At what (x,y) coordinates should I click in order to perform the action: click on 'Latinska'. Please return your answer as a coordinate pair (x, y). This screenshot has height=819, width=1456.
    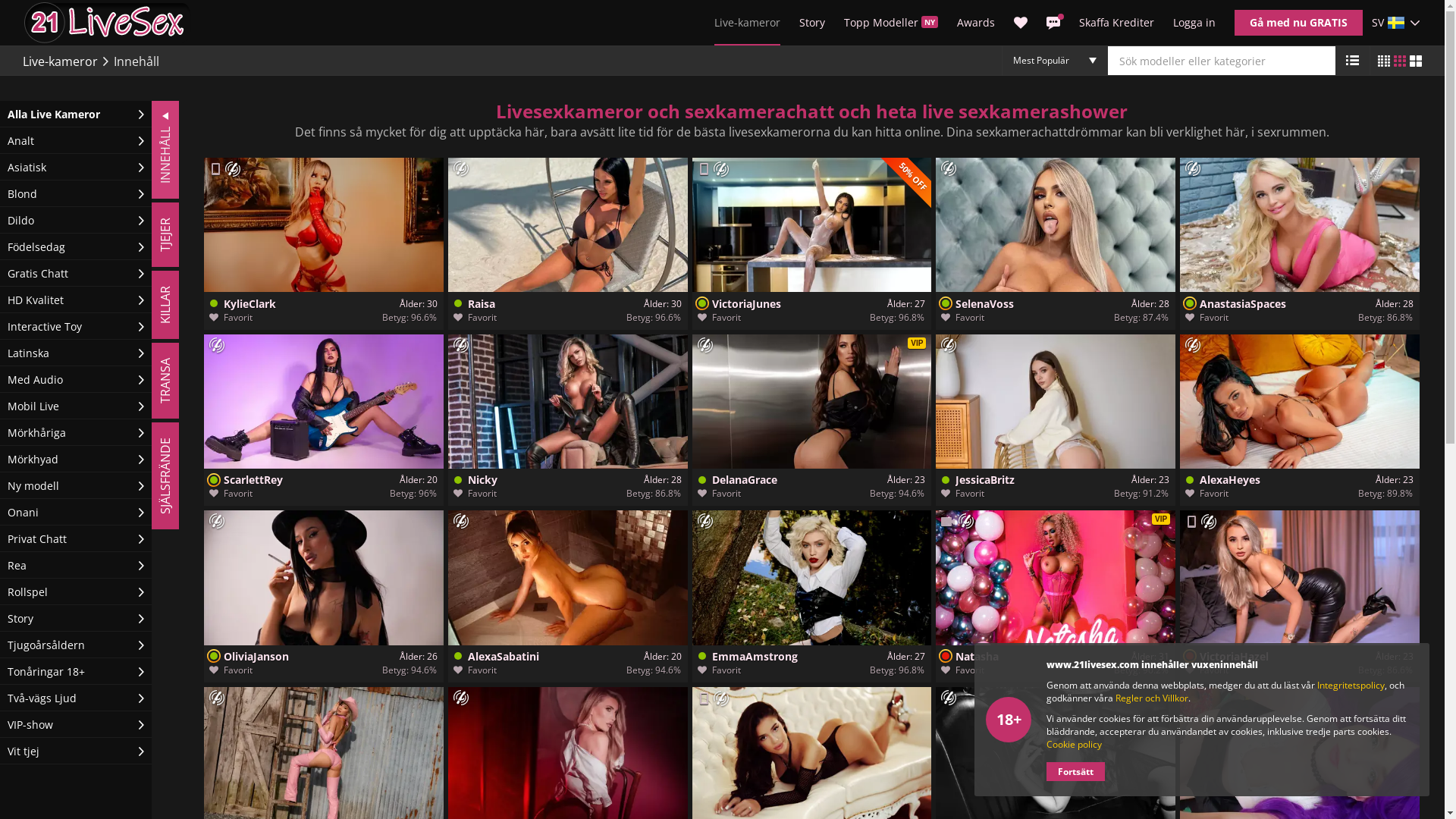
    Looking at the image, I should click on (75, 353).